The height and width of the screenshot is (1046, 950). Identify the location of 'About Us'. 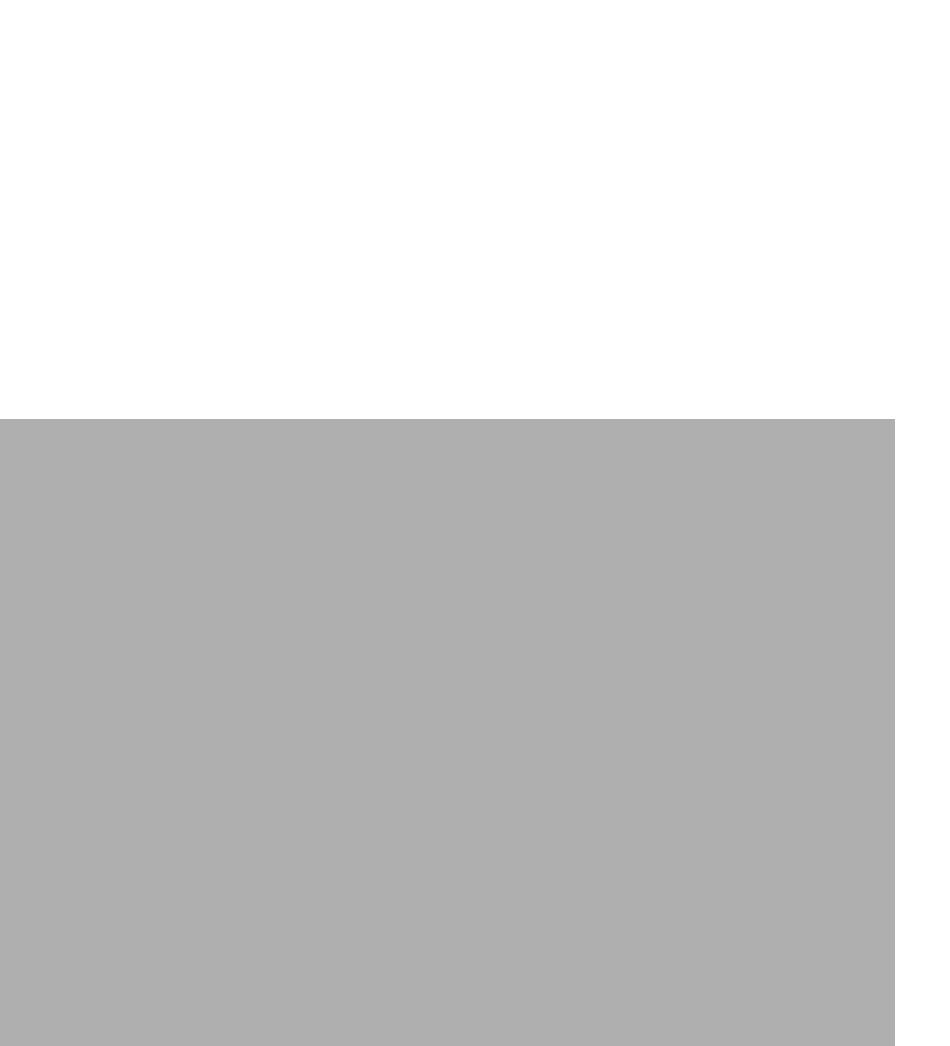
(170, 496).